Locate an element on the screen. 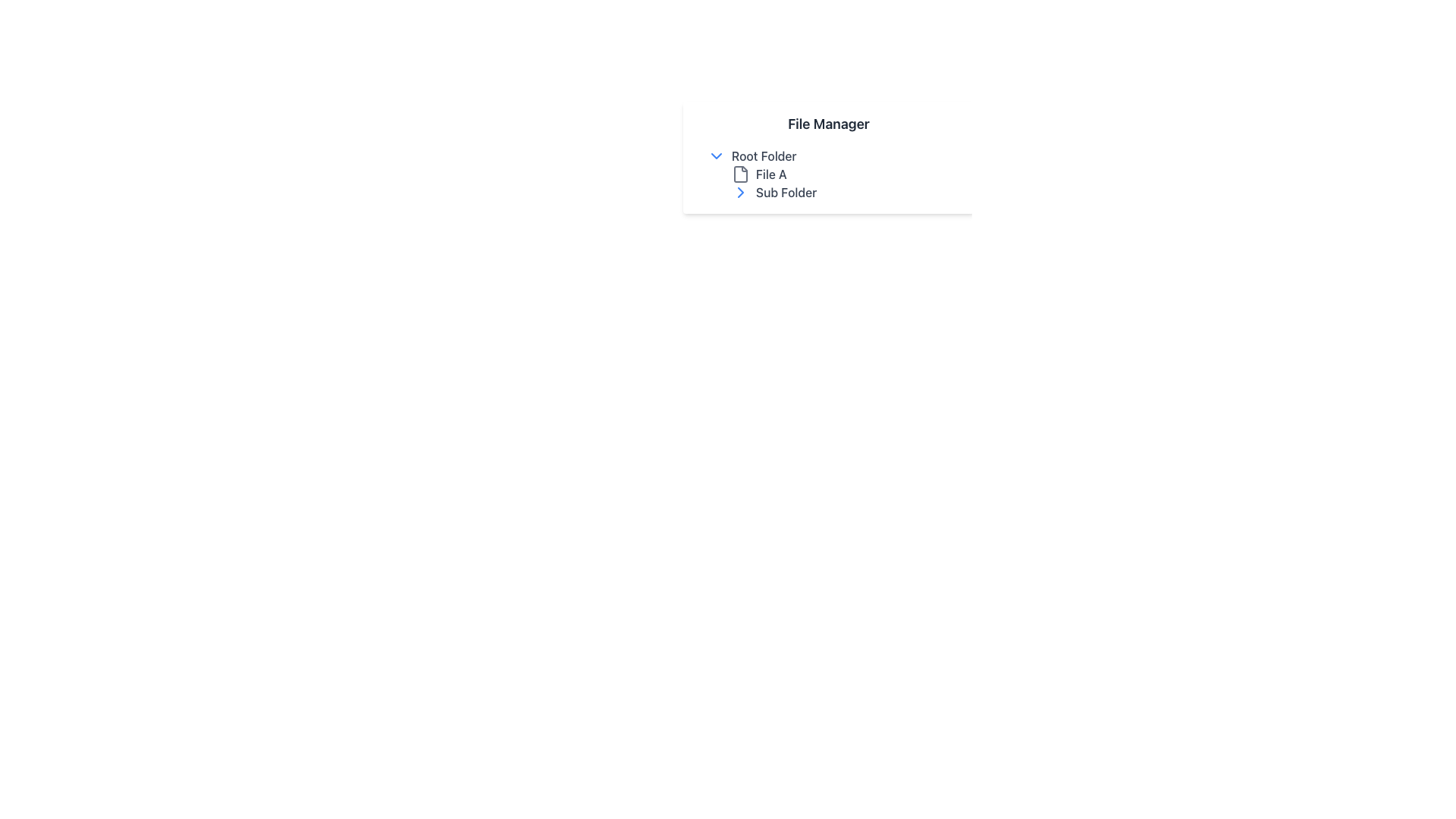 The width and height of the screenshot is (1456, 819). label 'Root Folder' from the Text label located in a file manager interface, positioned to the right of a downward-pointing blue arrow icon is located at coordinates (764, 155).